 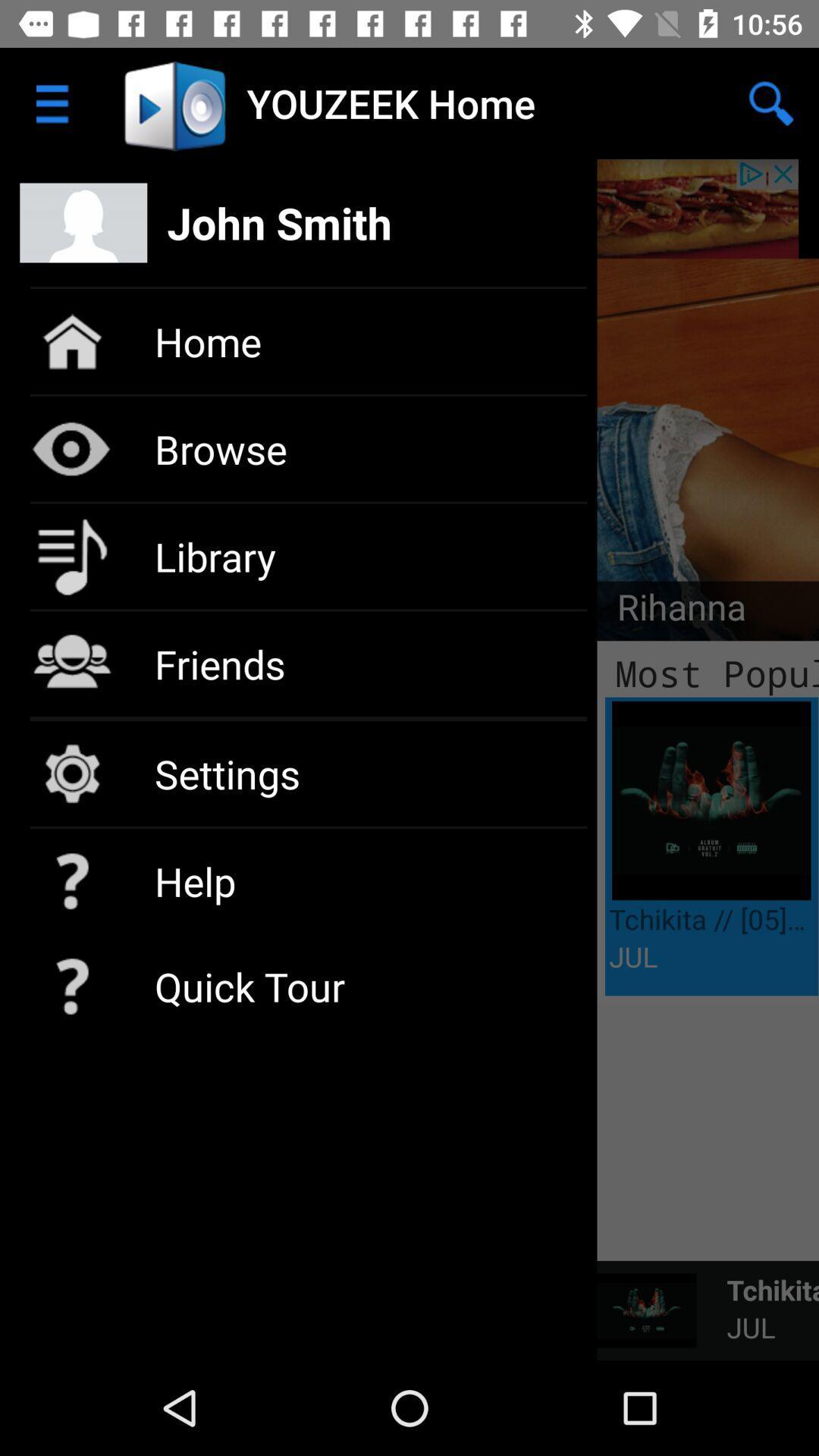 I want to click on open your profile, so click(x=409, y=208).